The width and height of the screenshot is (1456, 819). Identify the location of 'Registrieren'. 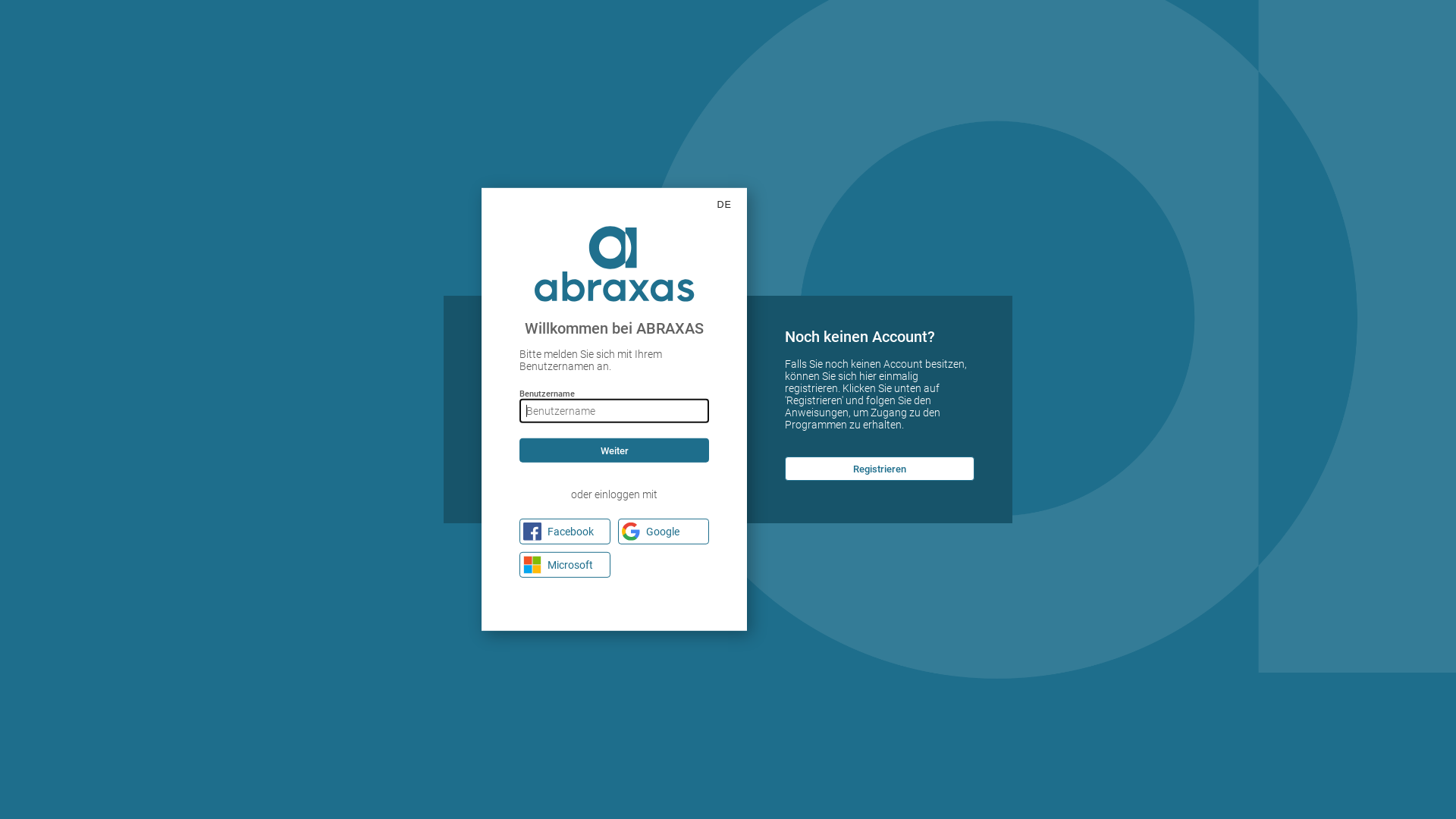
(880, 467).